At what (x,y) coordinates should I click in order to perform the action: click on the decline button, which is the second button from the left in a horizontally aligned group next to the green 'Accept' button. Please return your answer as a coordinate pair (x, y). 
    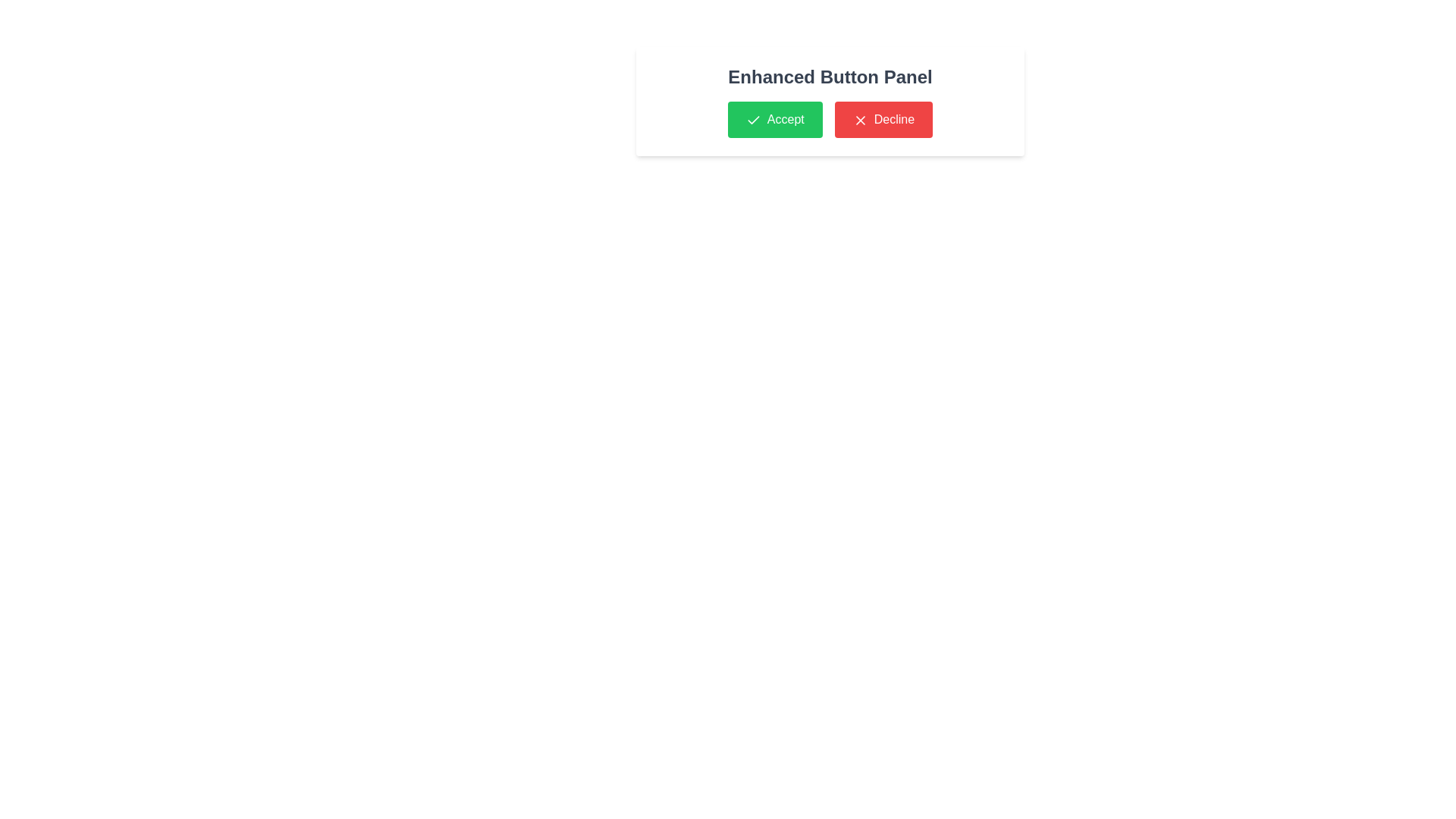
    Looking at the image, I should click on (883, 119).